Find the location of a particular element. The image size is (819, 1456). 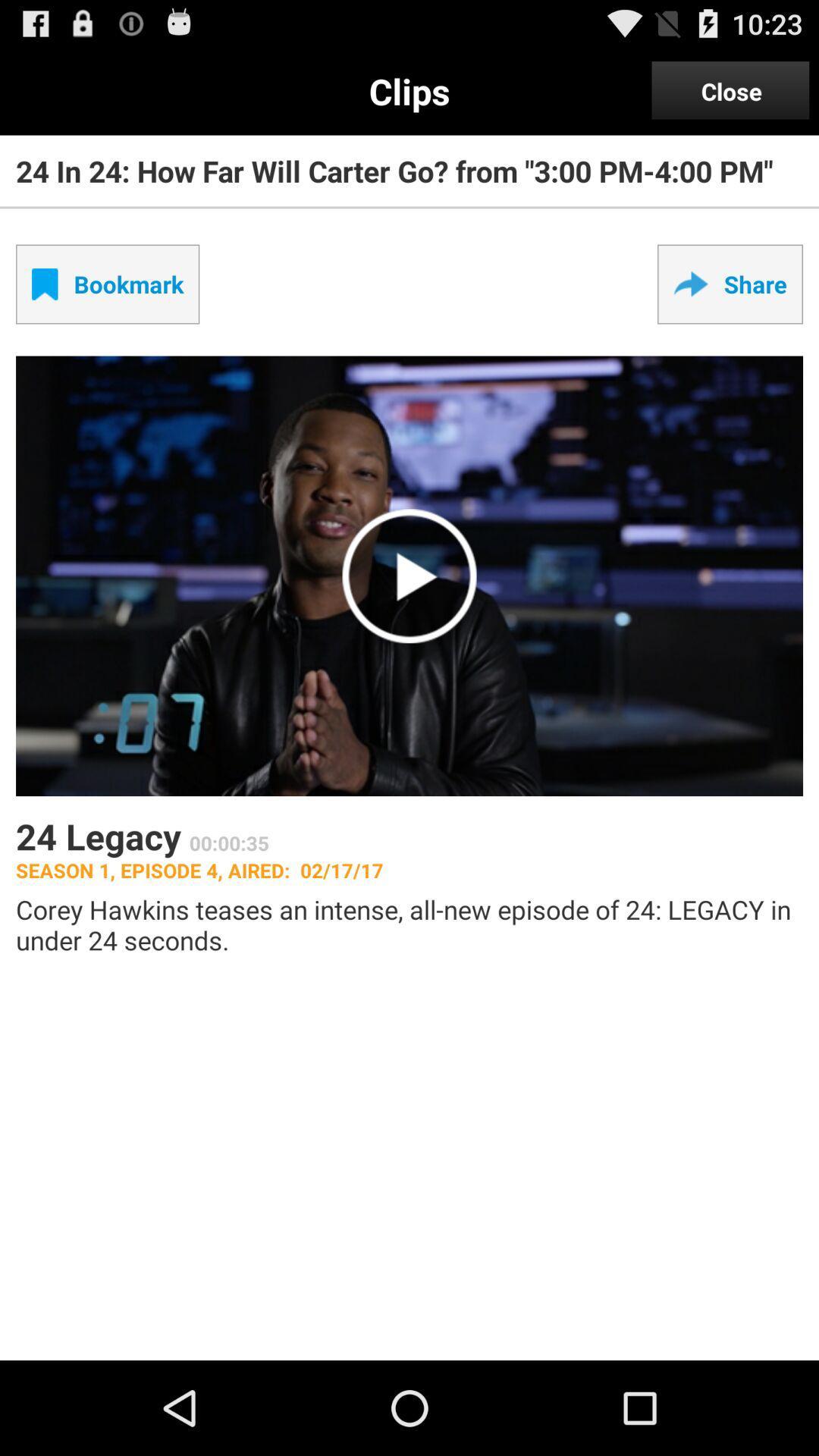

icon to the right of bookmark checkbox is located at coordinates (730, 284).